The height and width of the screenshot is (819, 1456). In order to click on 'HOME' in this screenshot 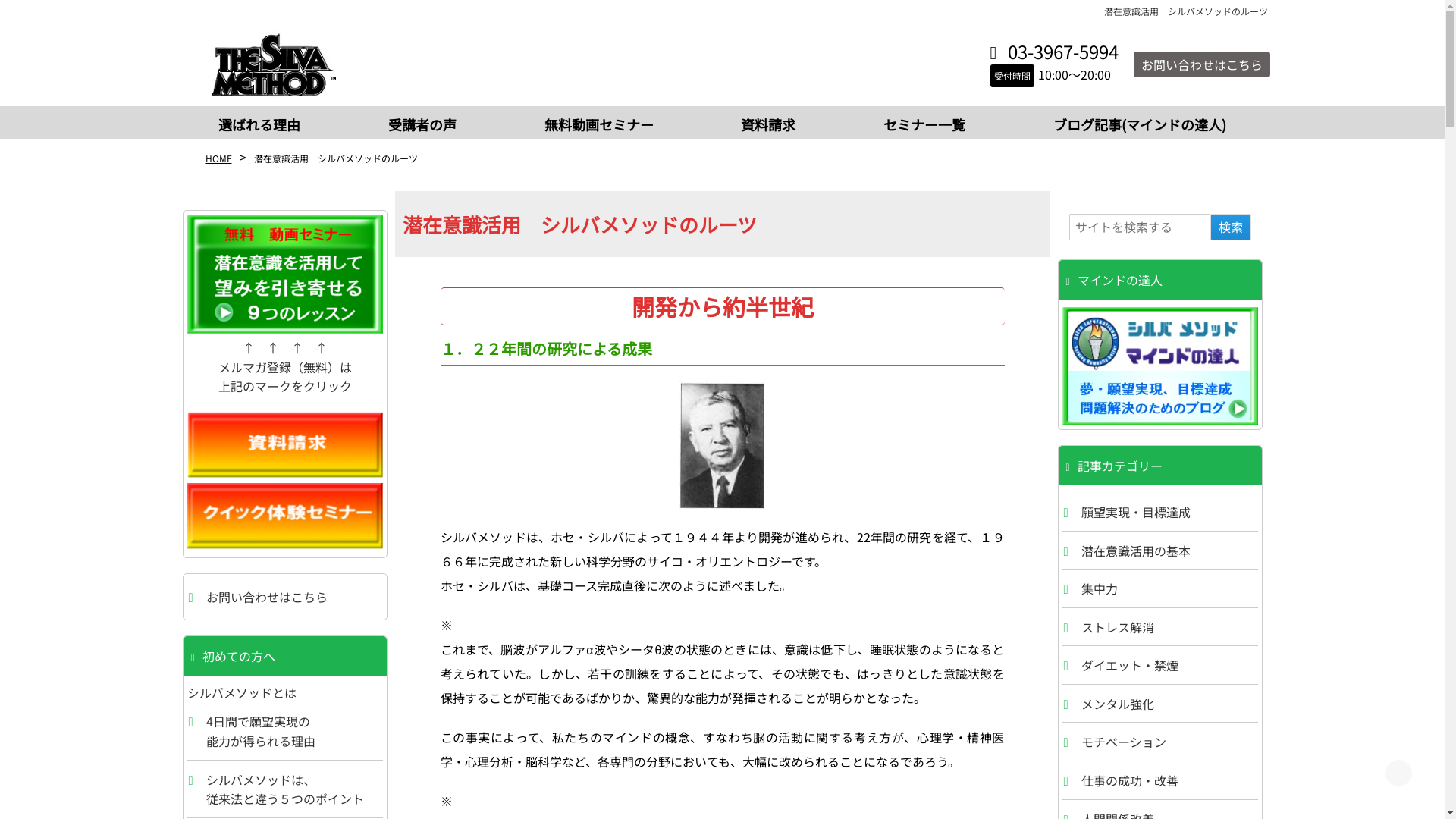, I will do `click(217, 158)`.